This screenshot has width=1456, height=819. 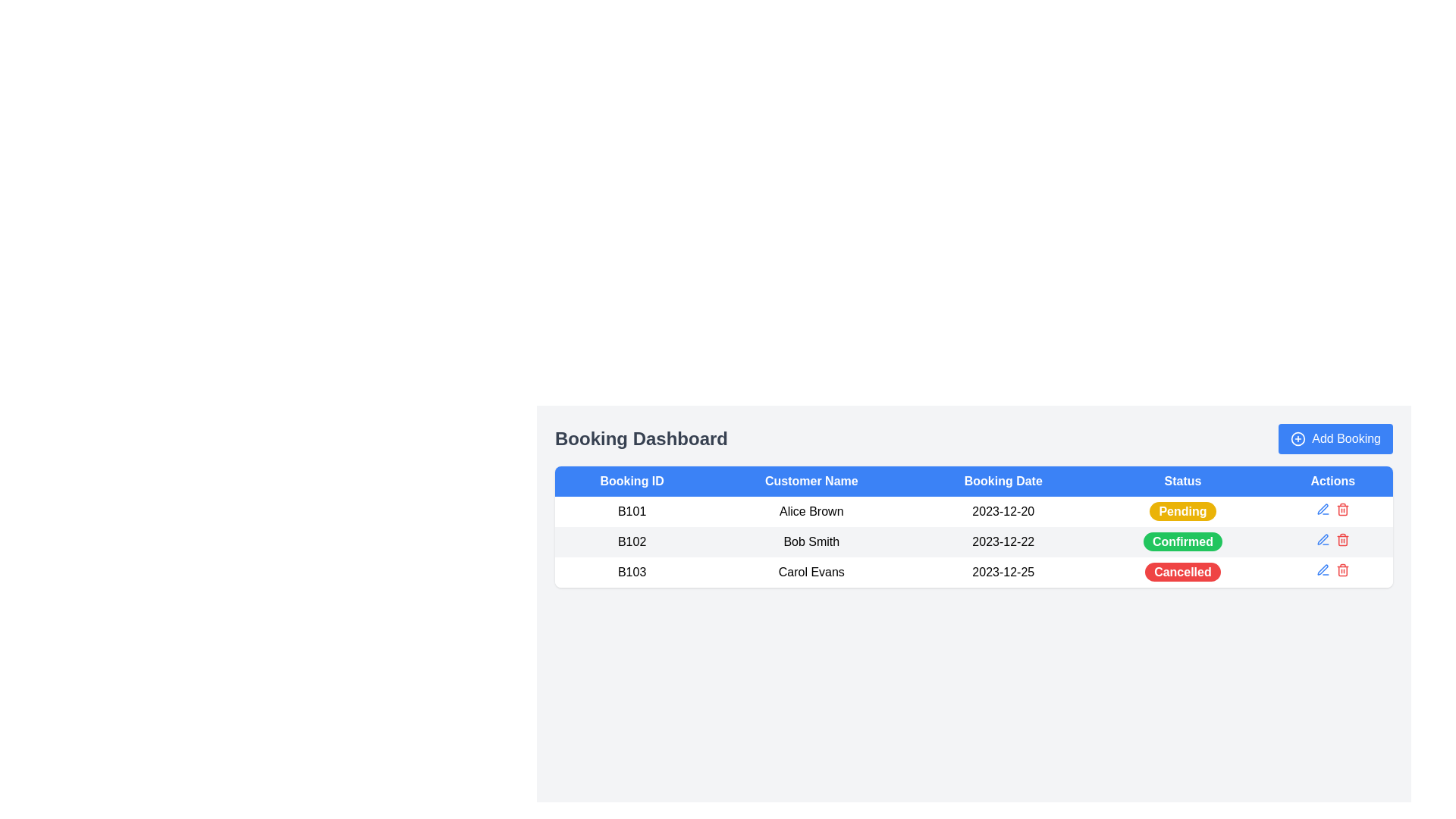 I want to click on the status label indicating that booking 'B102' for 'Bob Smith' has been confirmed, located in the 'Status' column of the second row in the table, so click(x=1182, y=541).